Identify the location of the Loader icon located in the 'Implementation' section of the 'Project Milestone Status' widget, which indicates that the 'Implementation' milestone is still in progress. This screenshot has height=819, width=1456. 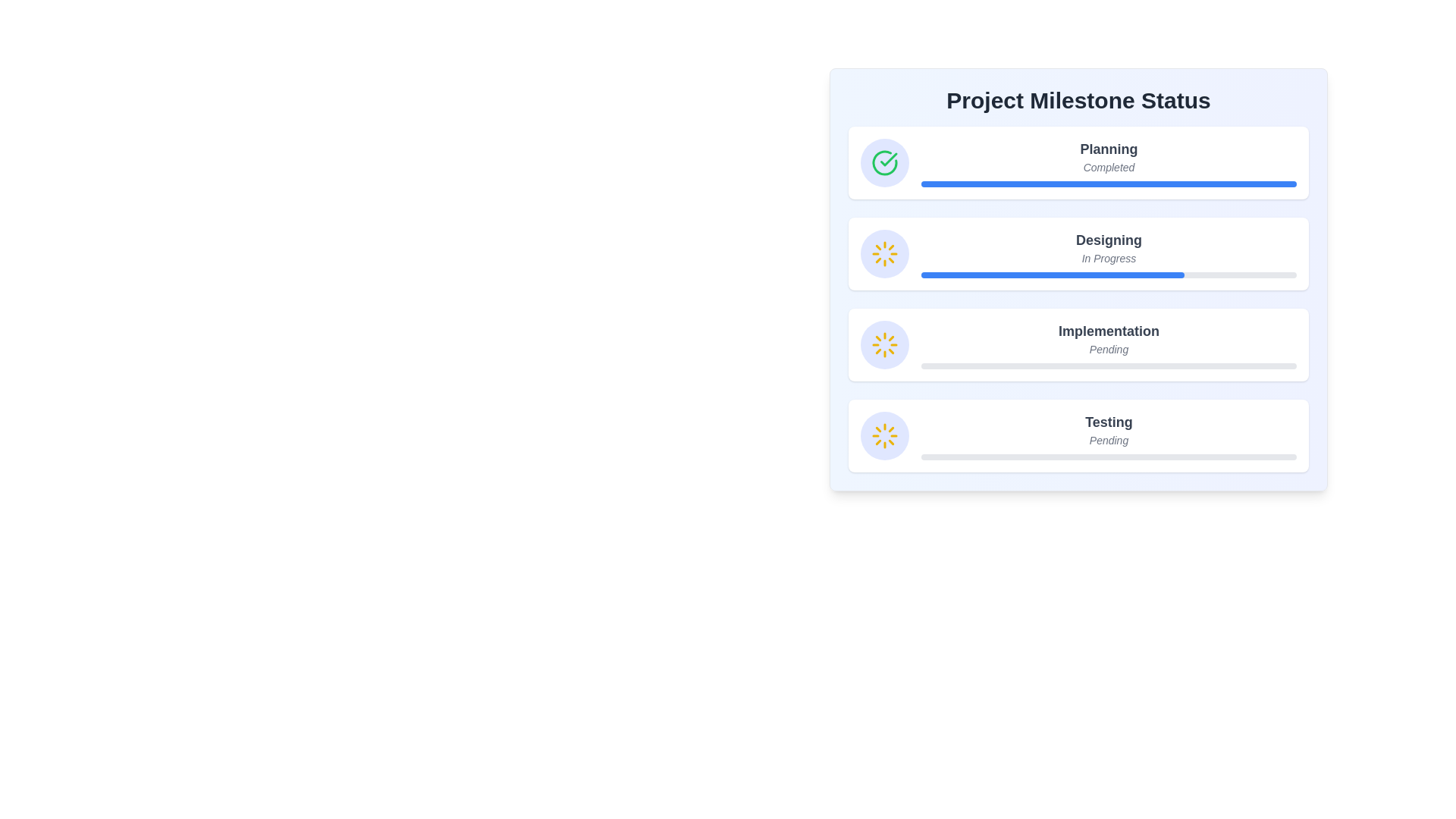
(884, 345).